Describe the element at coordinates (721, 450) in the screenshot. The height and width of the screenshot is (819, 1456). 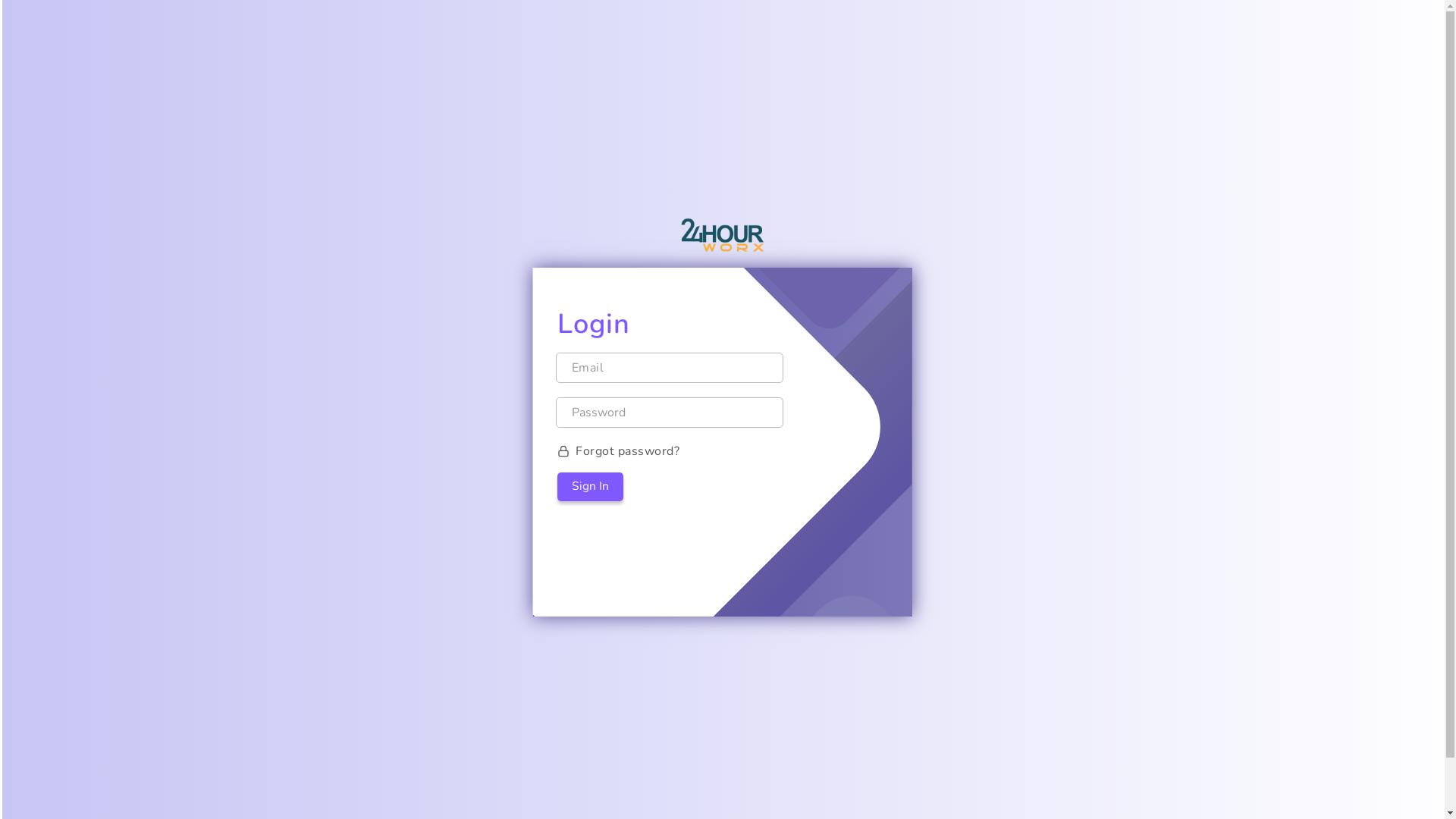
I see `'Forgot password?'` at that location.